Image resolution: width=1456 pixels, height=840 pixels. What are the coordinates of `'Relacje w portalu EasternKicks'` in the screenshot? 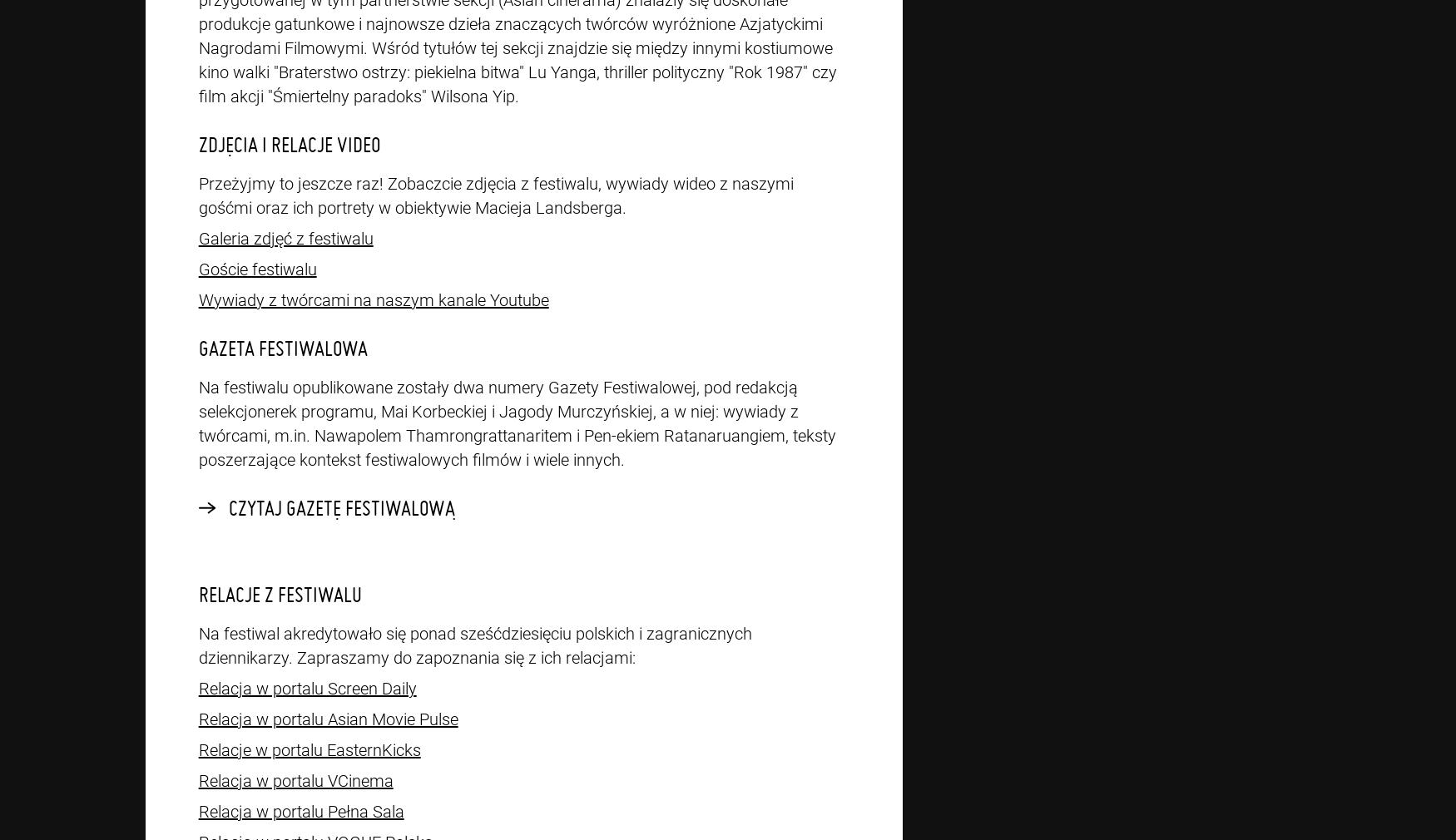 It's located at (198, 750).